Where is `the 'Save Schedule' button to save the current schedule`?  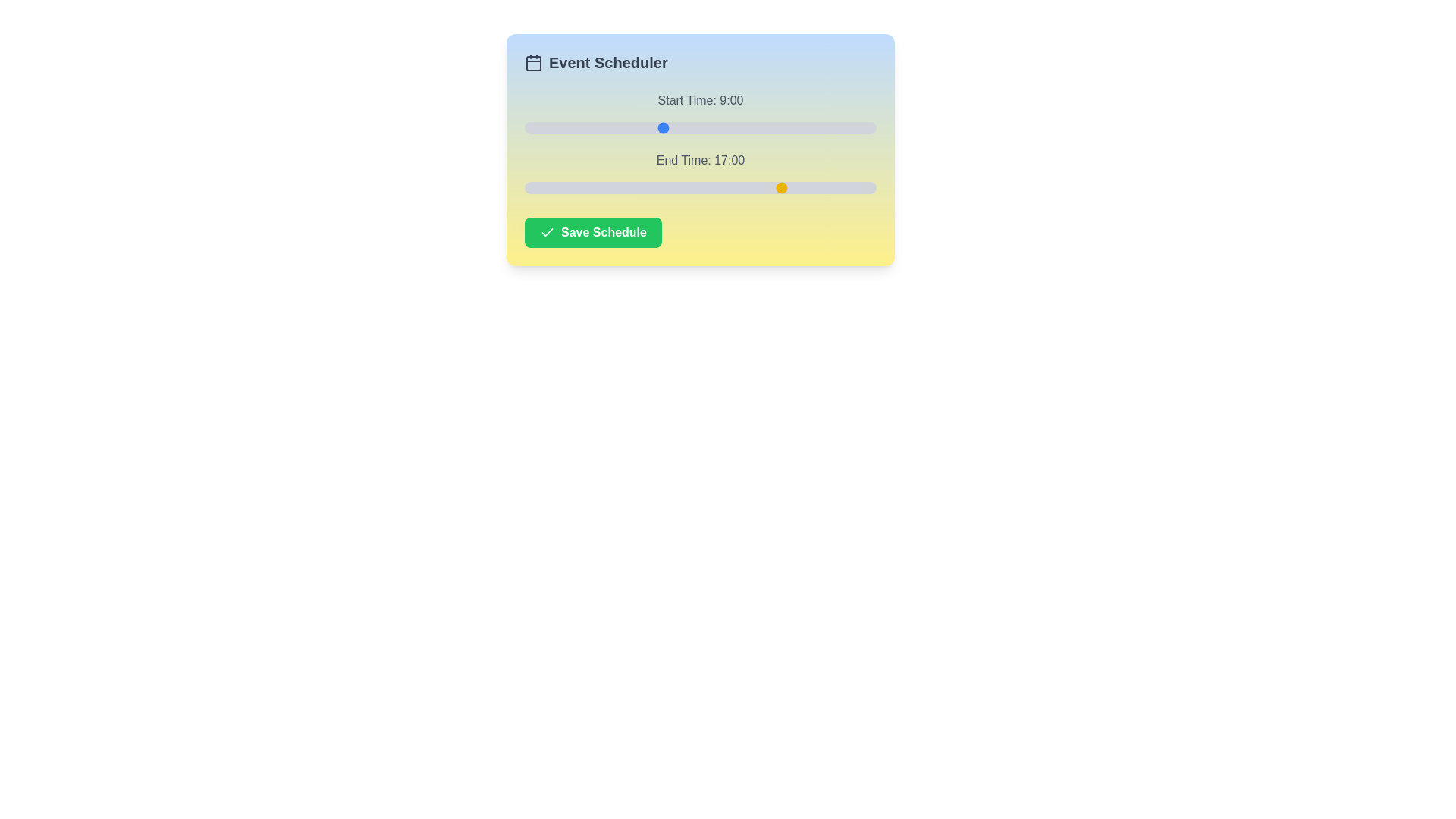 the 'Save Schedule' button to save the current schedule is located at coordinates (592, 233).